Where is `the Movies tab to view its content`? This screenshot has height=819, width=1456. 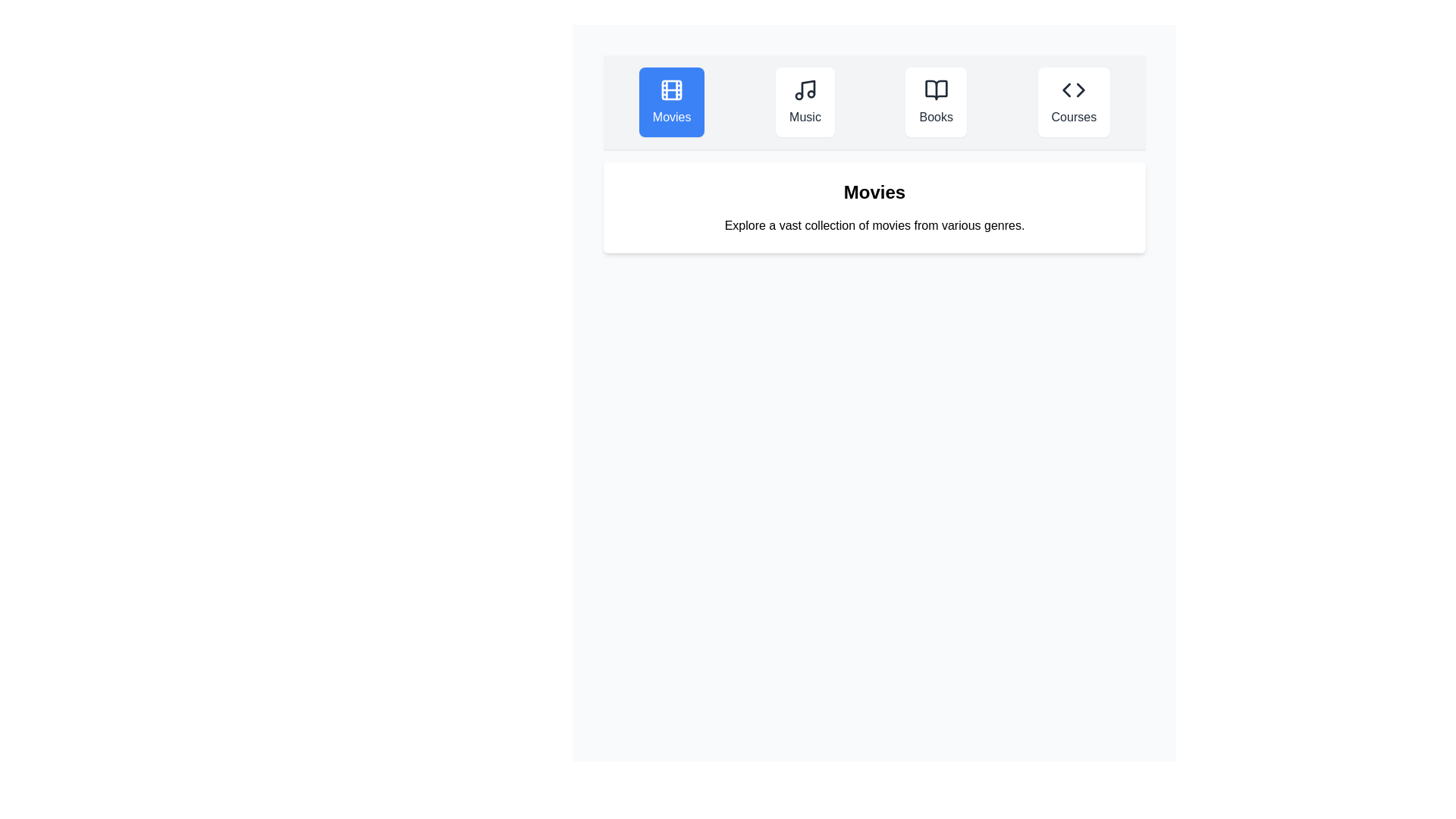
the Movies tab to view its content is located at coordinates (671, 102).